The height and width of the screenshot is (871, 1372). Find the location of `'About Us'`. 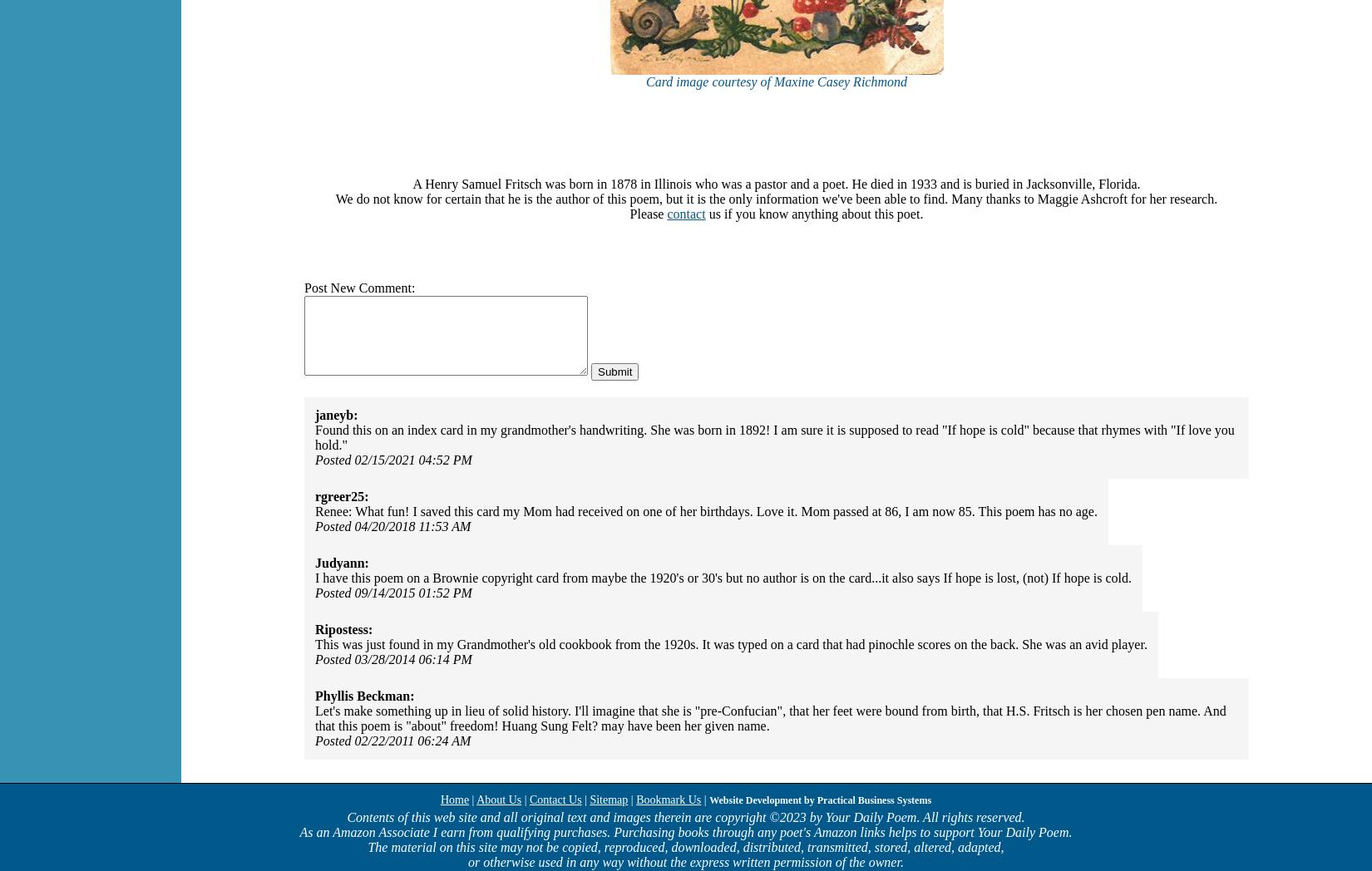

'About Us' is located at coordinates (497, 799).